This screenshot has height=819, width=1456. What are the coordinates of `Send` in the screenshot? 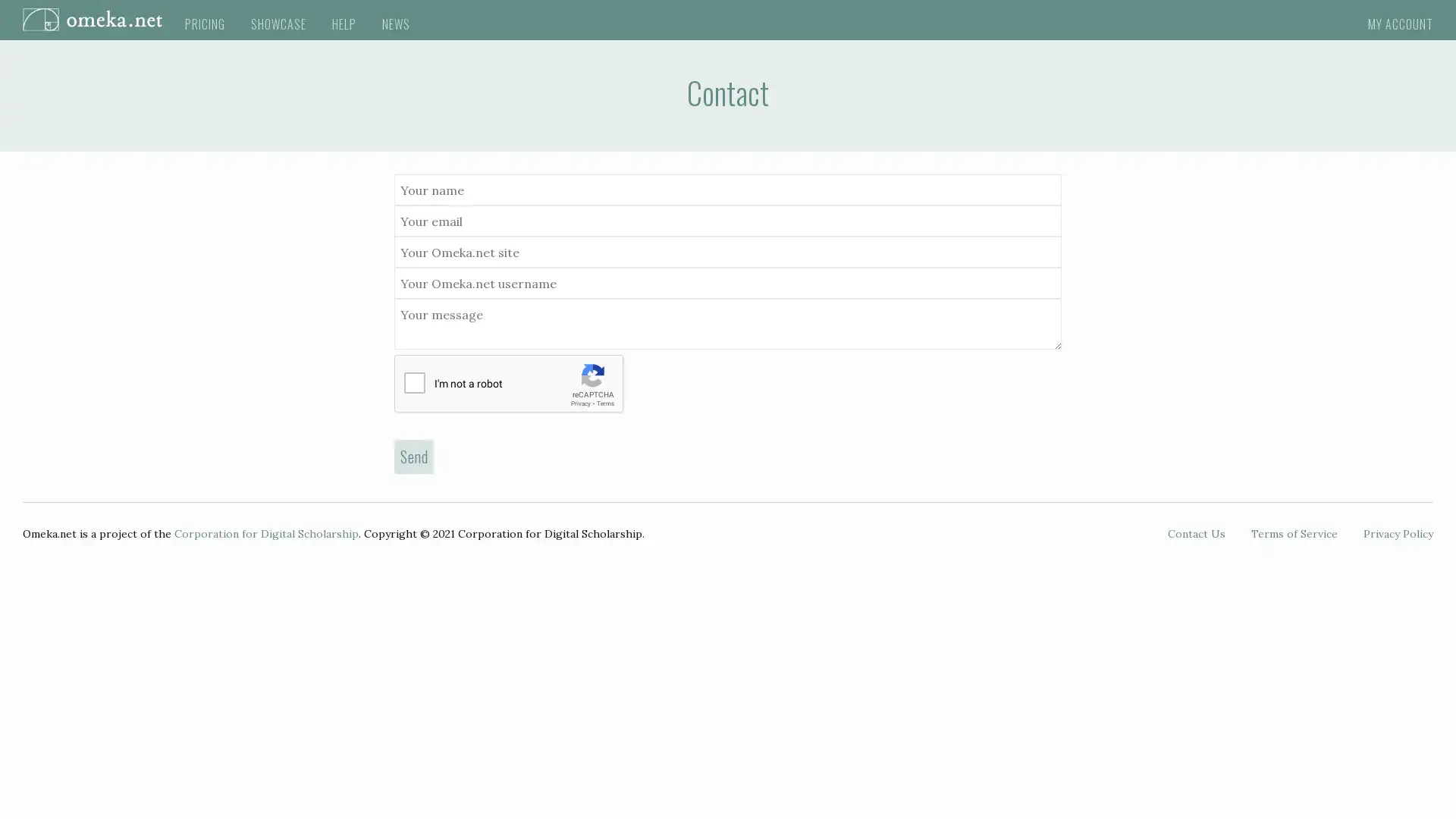 It's located at (414, 455).